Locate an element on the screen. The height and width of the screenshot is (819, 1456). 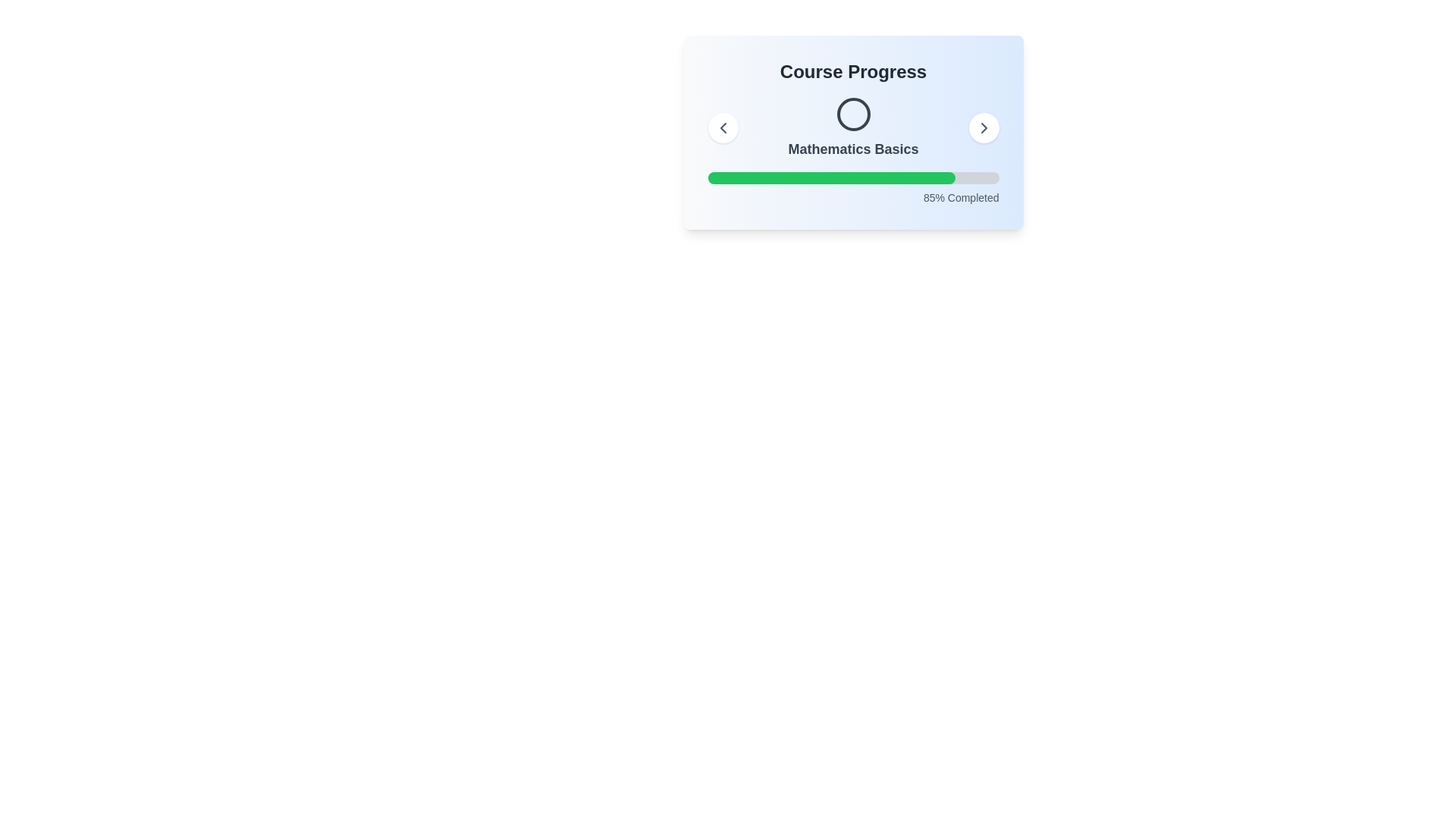
the circular button with a white background and a right-pointing chevron icon, located to the right of the 'Mathematics Basics' section is located at coordinates (984, 127).